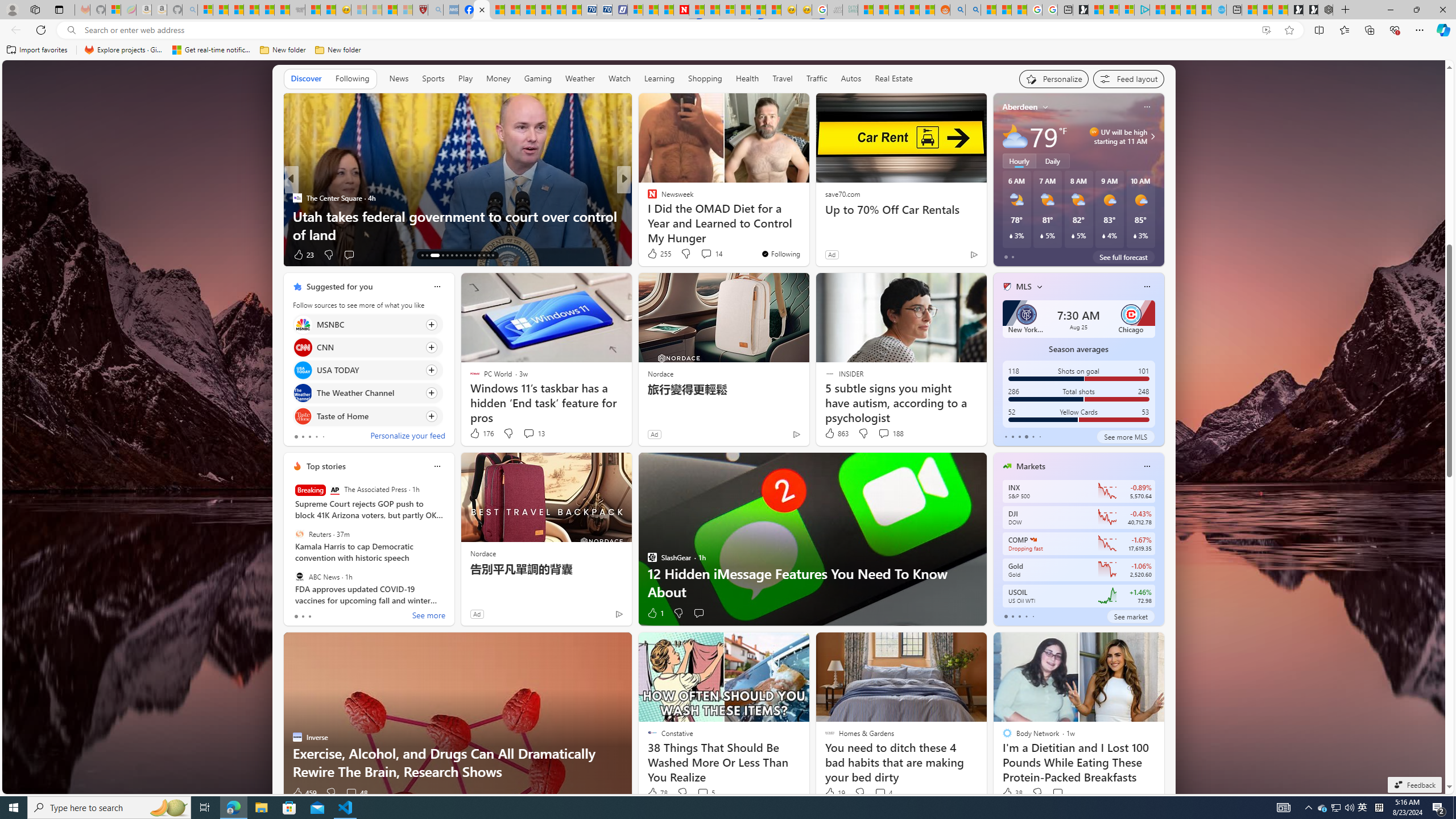 Image resolution: width=1456 pixels, height=819 pixels. Describe the element at coordinates (883, 433) in the screenshot. I see `'View comments 188 Comment'` at that location.